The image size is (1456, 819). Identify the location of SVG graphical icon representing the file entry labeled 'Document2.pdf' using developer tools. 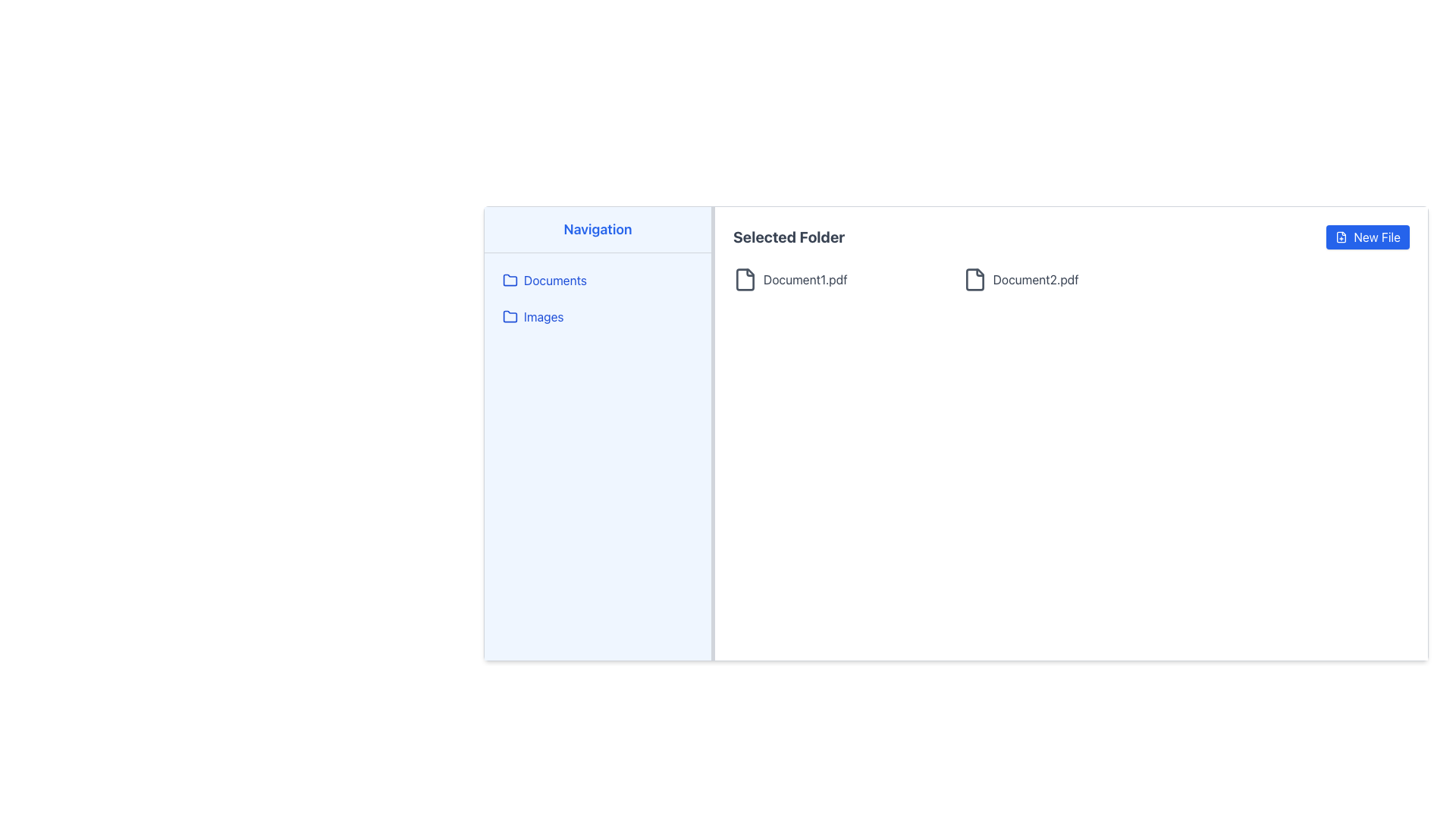
(974, 280).